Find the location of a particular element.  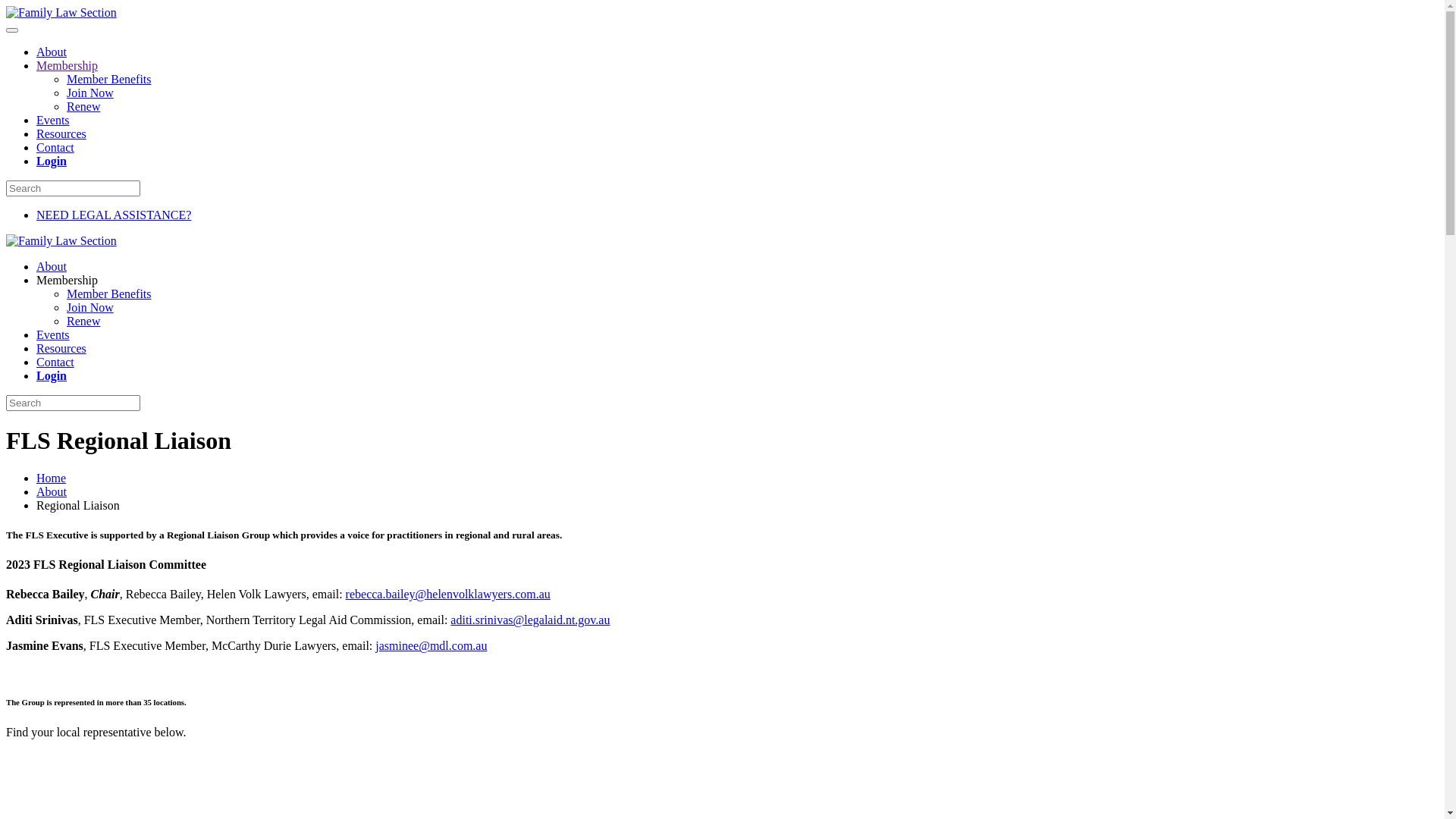

'Member Benefits' is located at coordinates (65, 293).